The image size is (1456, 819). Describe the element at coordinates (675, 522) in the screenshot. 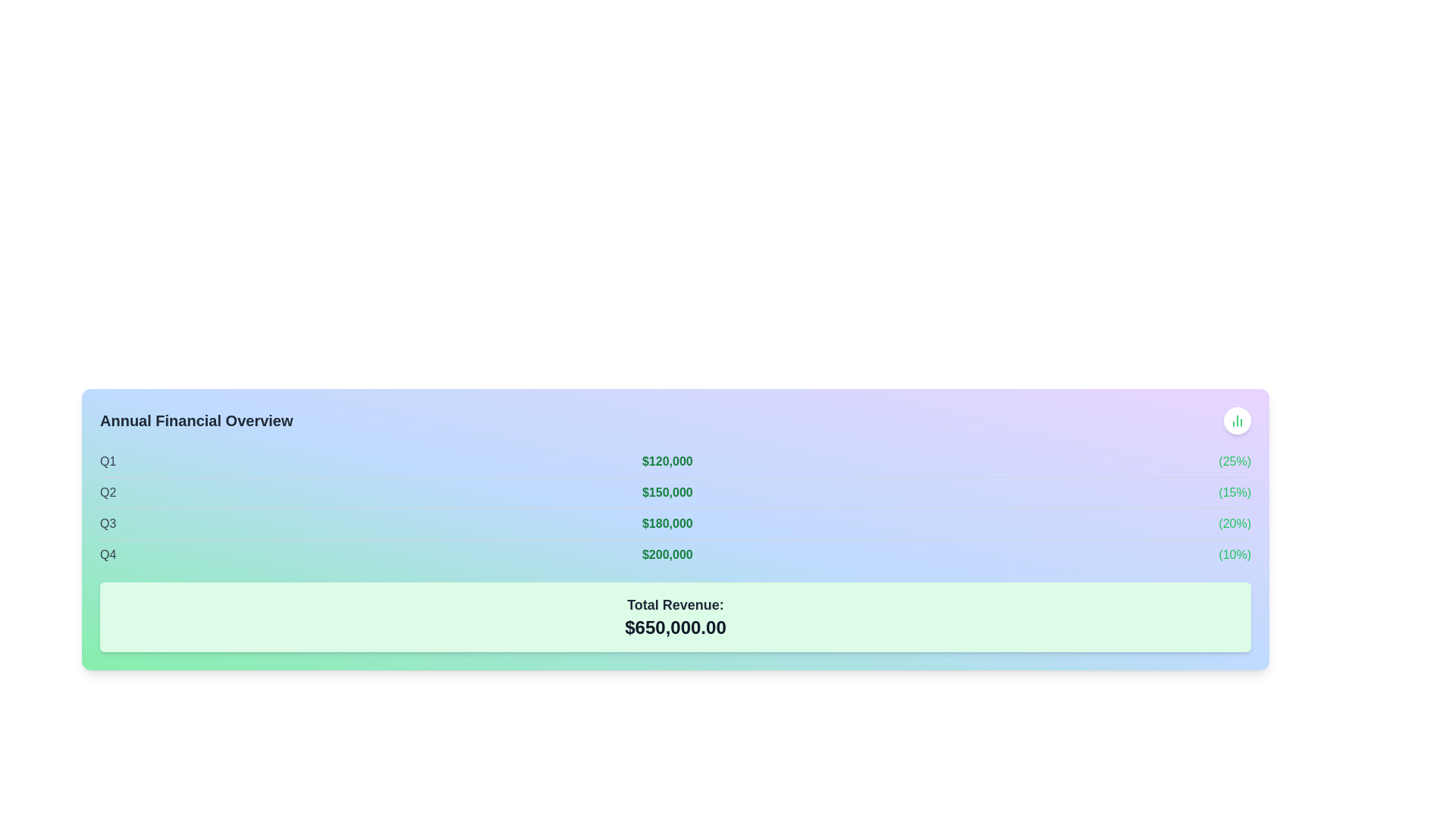

I see `third list item under 'Annual Financial Overview', which displays 'Q3' in gray, '$180,000' in bold green, and '(20%)' in lighter green` at that location.